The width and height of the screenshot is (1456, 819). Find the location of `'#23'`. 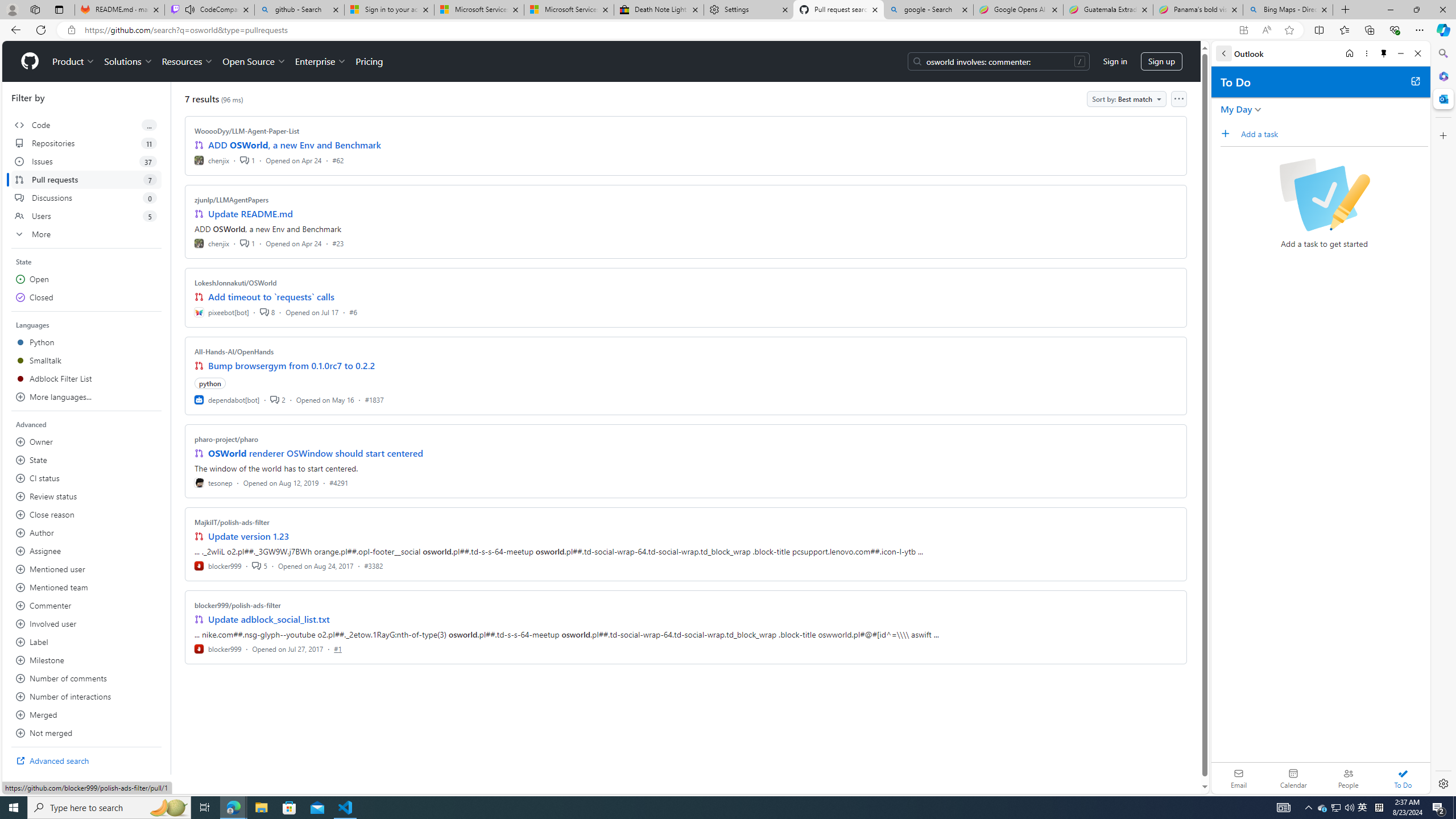

'#23' is located at coordinates (337, 242).